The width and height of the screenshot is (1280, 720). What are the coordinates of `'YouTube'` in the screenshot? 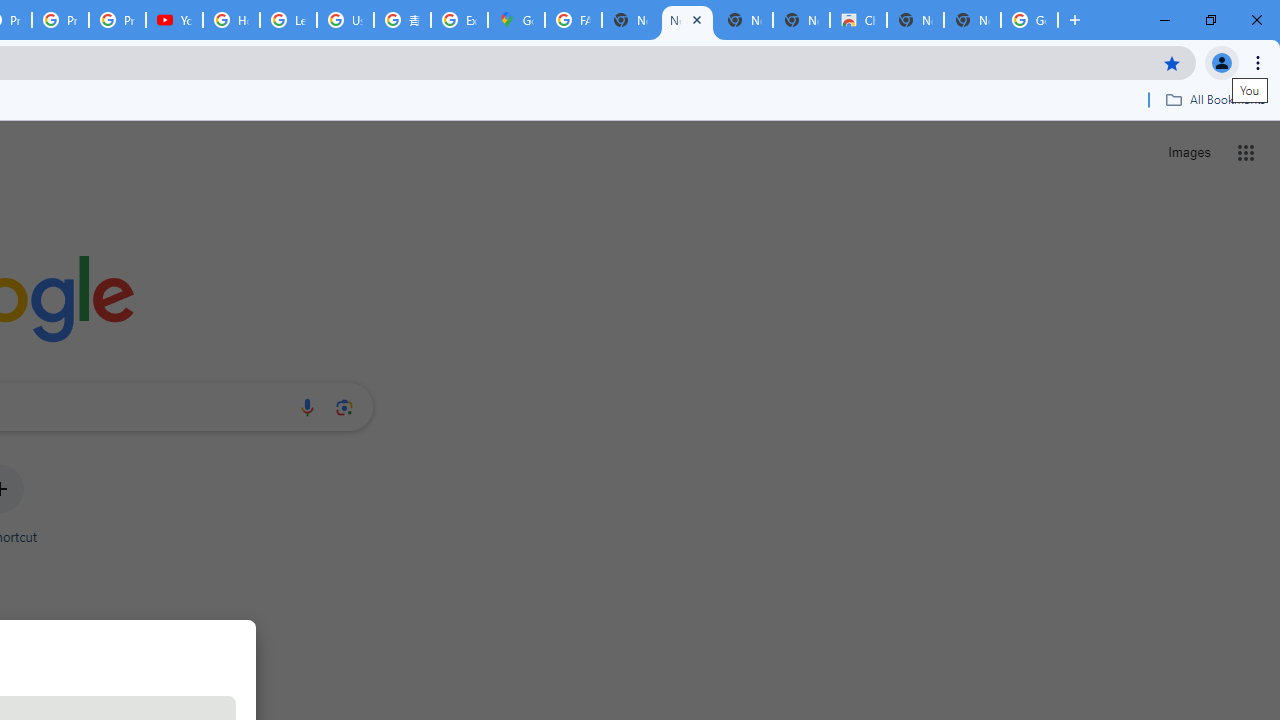 It's located at (174, 20).